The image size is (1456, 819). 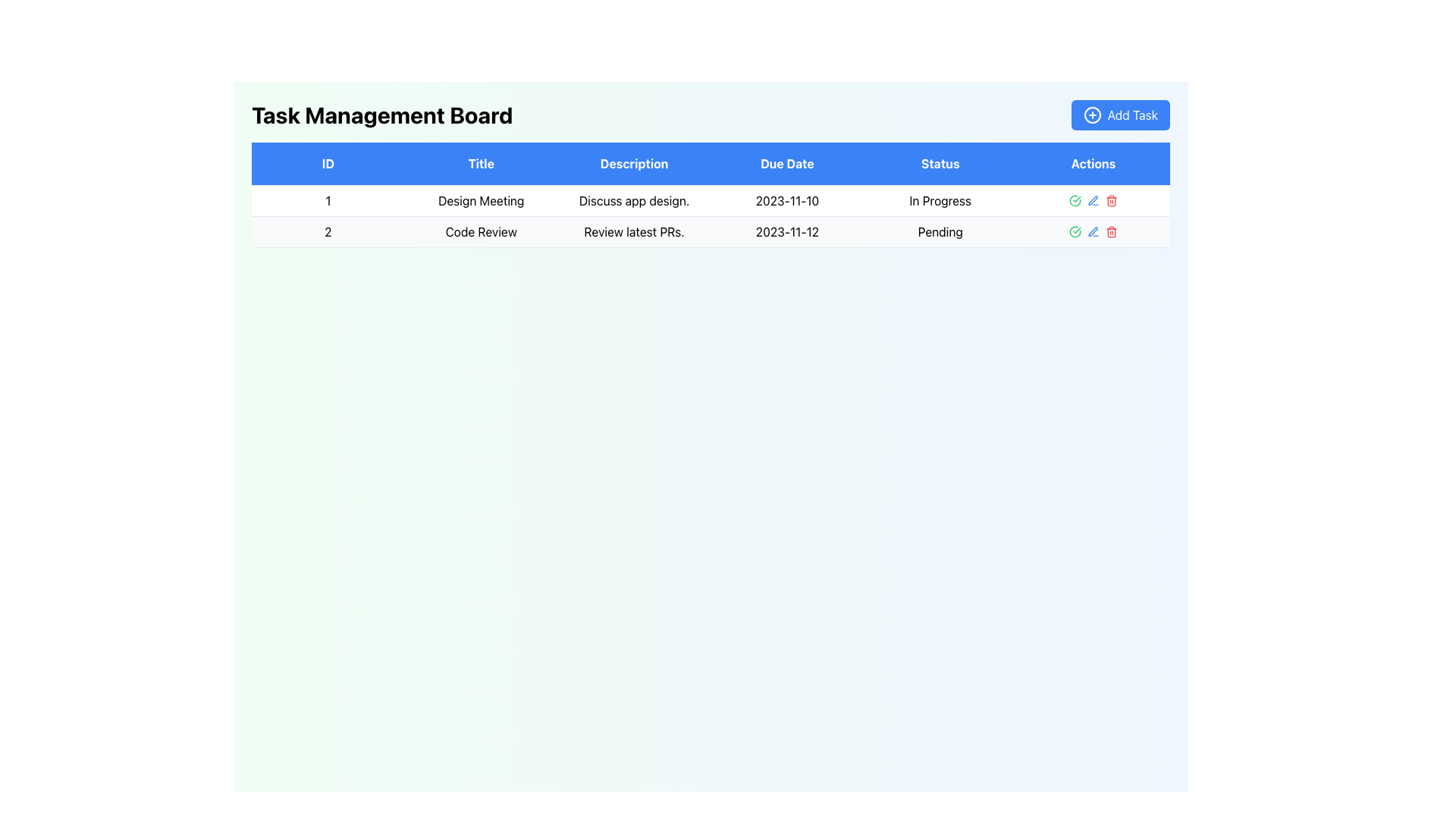 What do you see at coordinates (940, 200) in the screenshot?
I see `the static text label in the 'Status' column of the first row, which indicates the progress of the 'Design Meeting' task` at bounding box center [940, 200].